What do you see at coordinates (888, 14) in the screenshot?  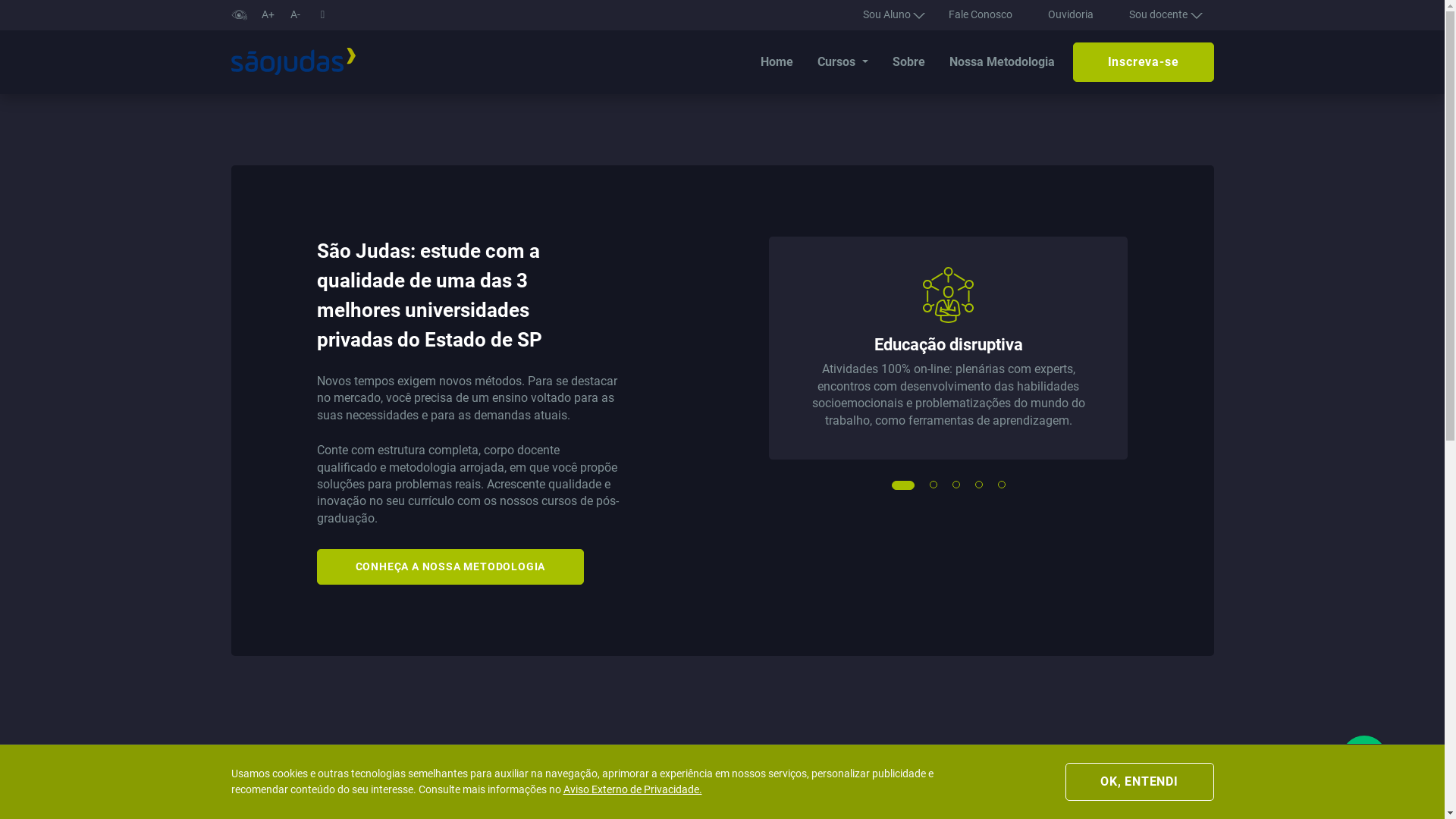 I see `'Sou Aluno'` at bounding box center [888, 14].